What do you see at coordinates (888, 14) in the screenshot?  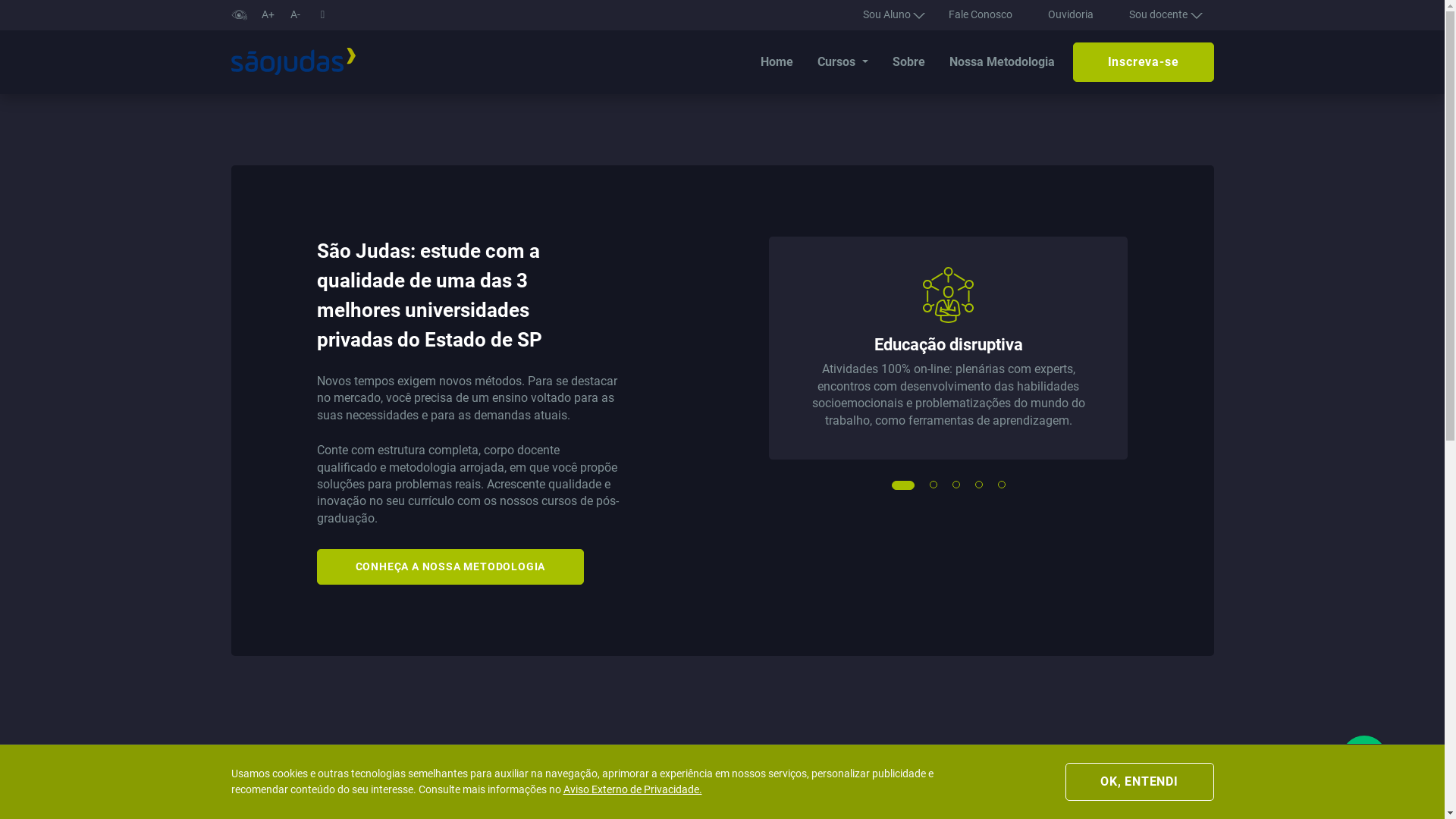 I see `'Sou Aluno'` at bounding box center [888, 14].